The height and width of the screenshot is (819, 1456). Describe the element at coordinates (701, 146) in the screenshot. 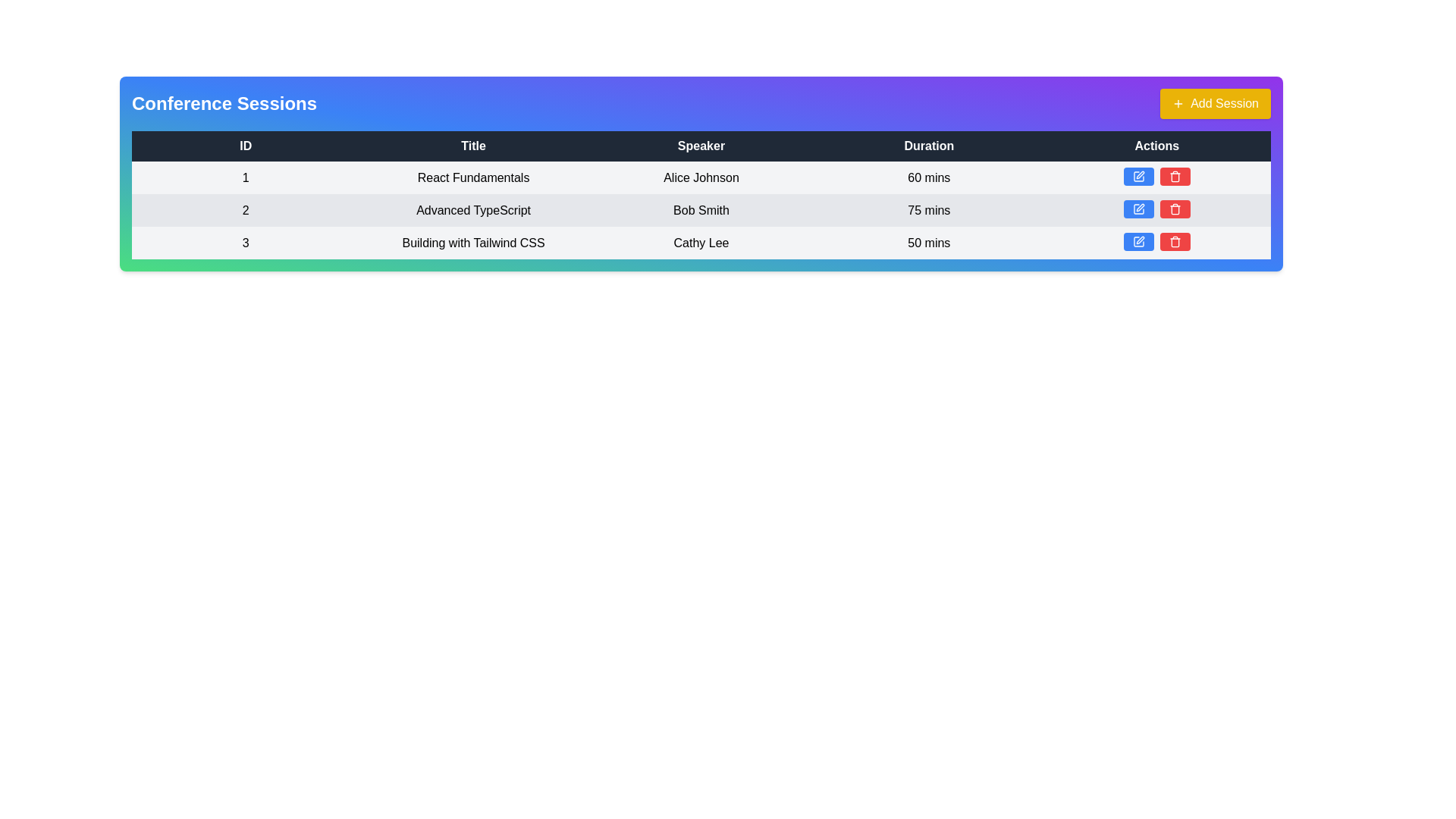

I see `the 'Speaker' header label in the table column, which indicates the names of speakers associated with the listed items` at that location.